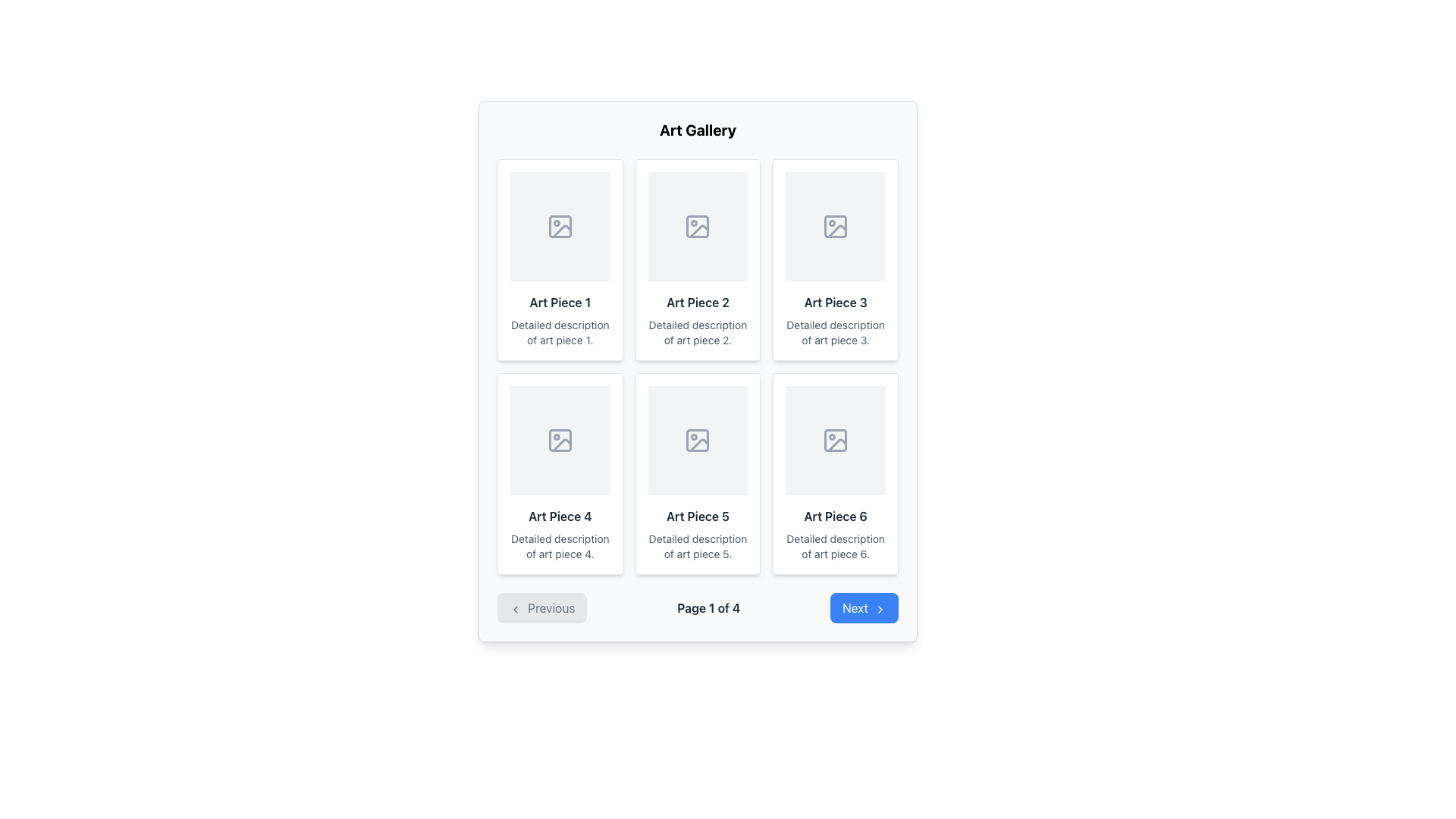 The height and width of the screenshot is (819, 1456). Describe the element at coordinates (542, 607) in the screenshot. I see `the 'Previous' button located at the bottom-left corner of the interface` at that location.